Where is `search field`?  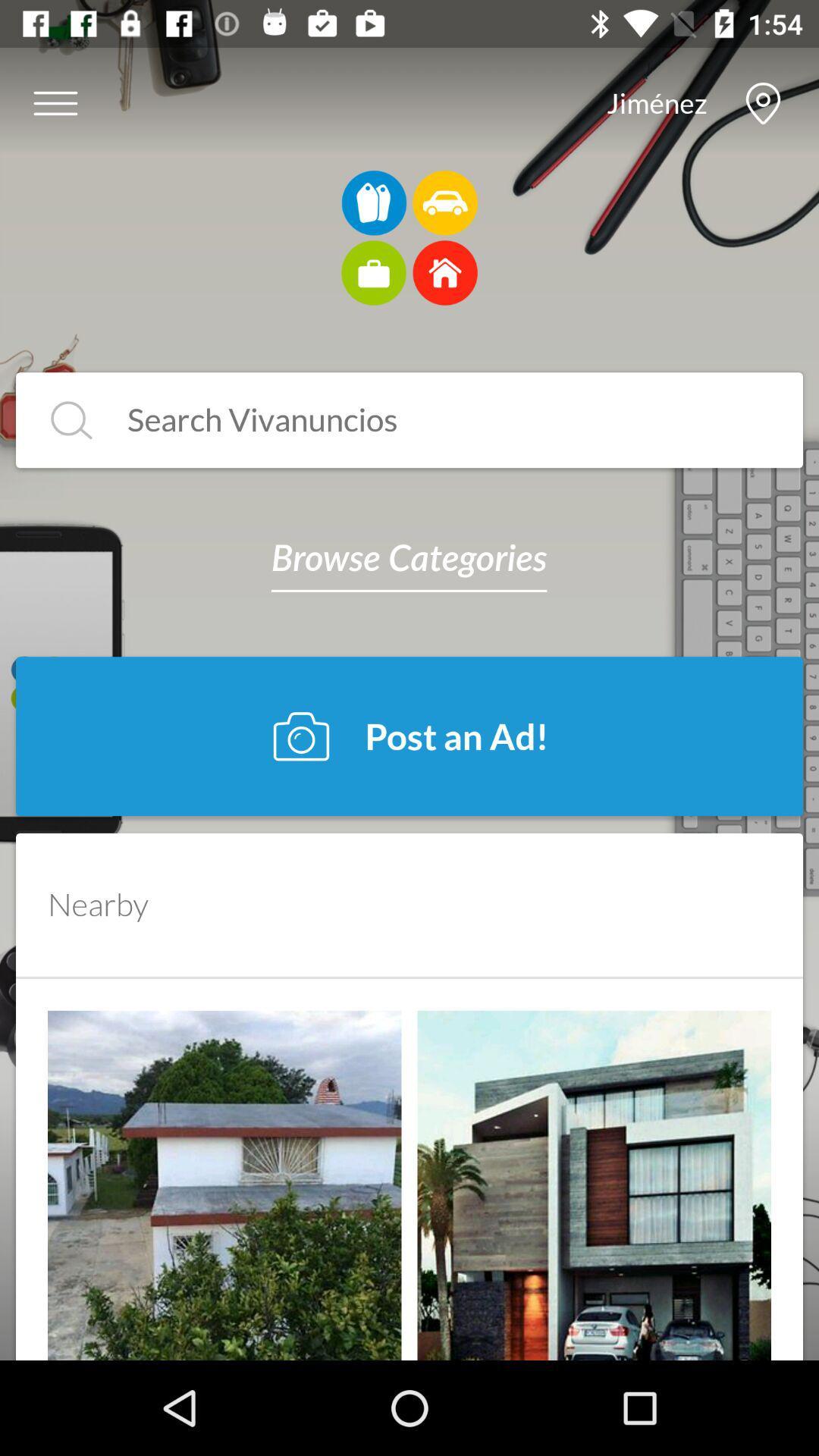
search field is located at coordinates (71, 420).